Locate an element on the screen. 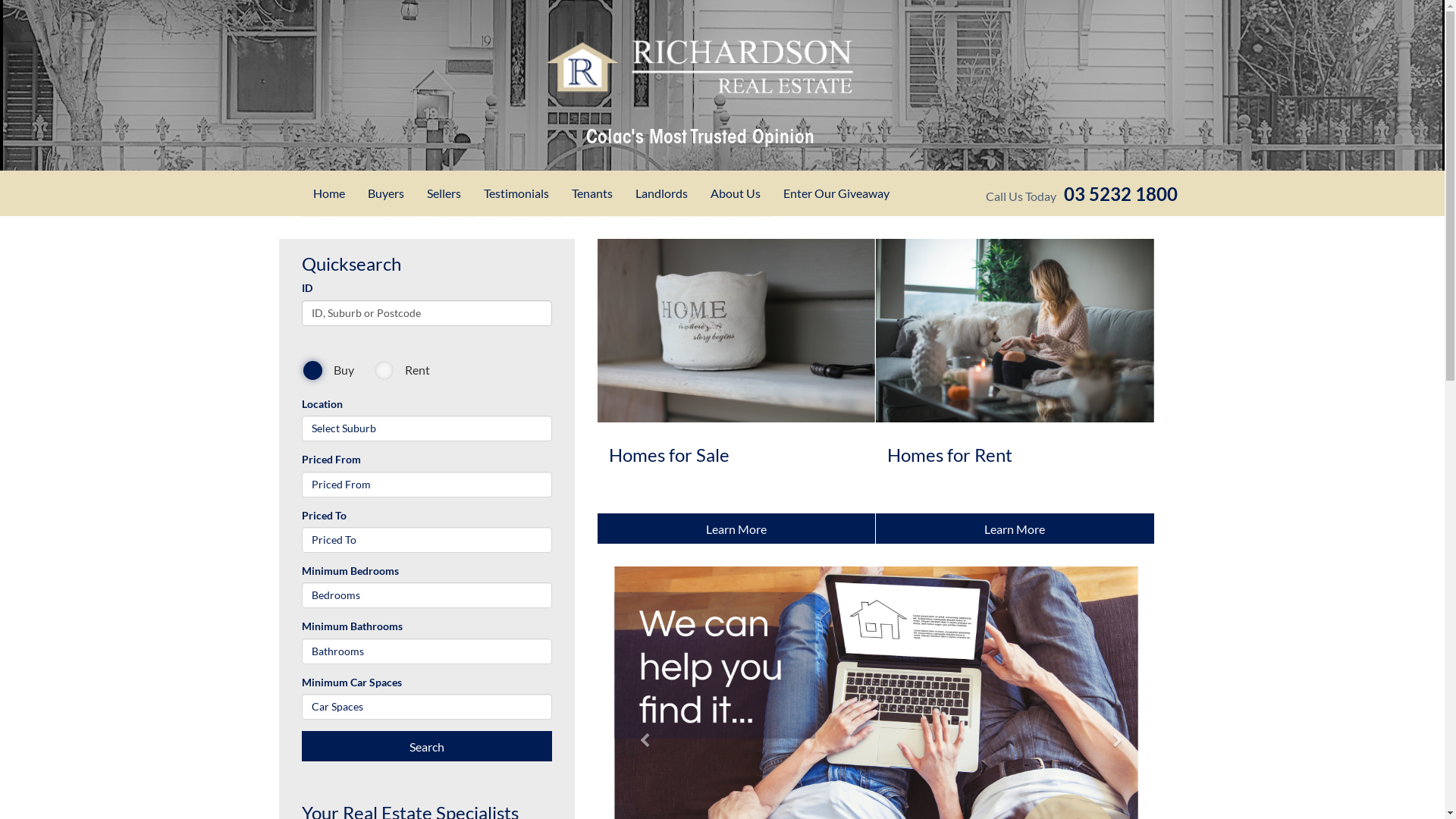 This screenshot has height=819, width=1456. 'Homes for Sale is located at coordinates (736, 391).